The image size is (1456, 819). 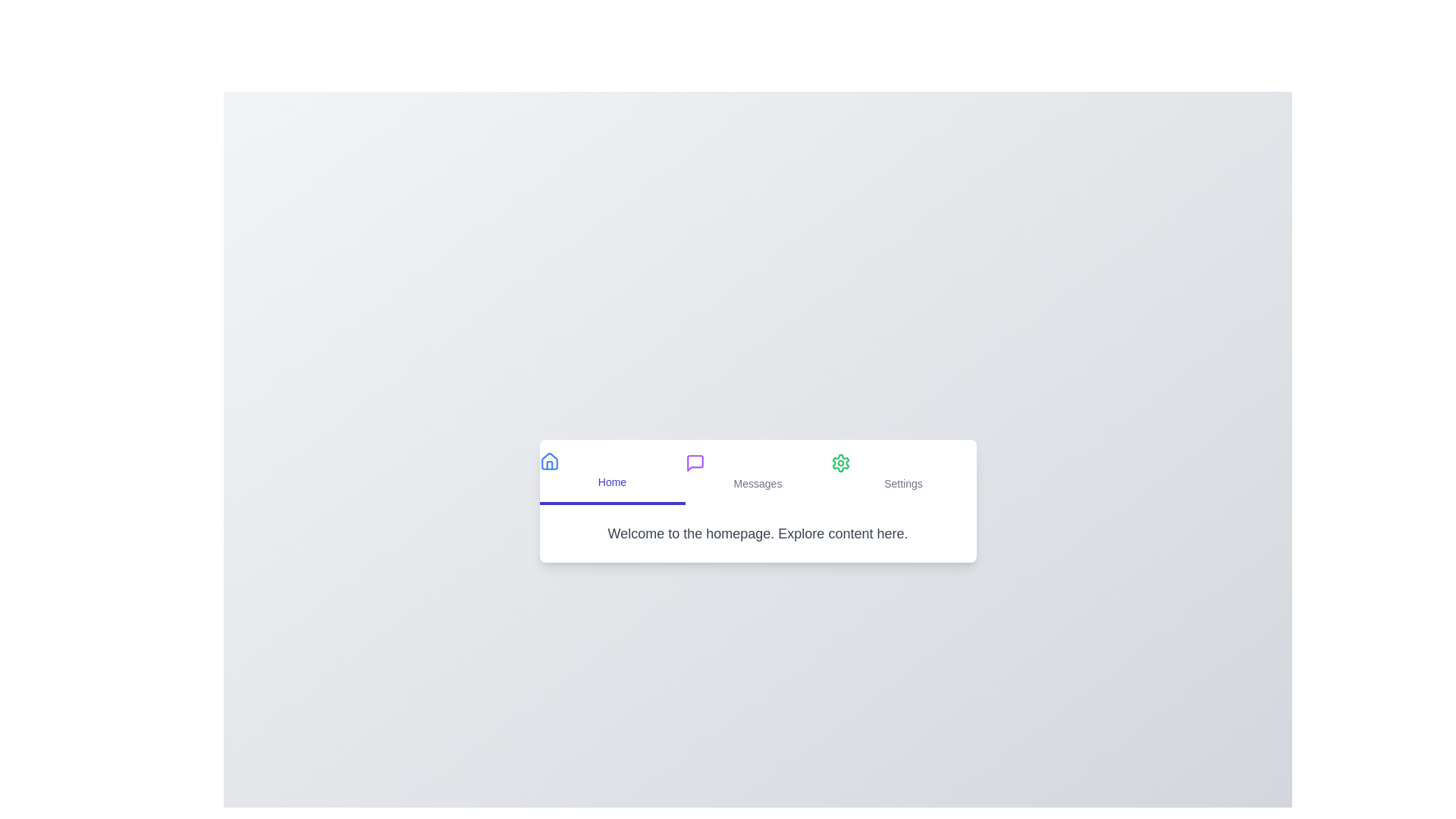 I want to click on the tab labeled Settings, so click(x=903, y=472).